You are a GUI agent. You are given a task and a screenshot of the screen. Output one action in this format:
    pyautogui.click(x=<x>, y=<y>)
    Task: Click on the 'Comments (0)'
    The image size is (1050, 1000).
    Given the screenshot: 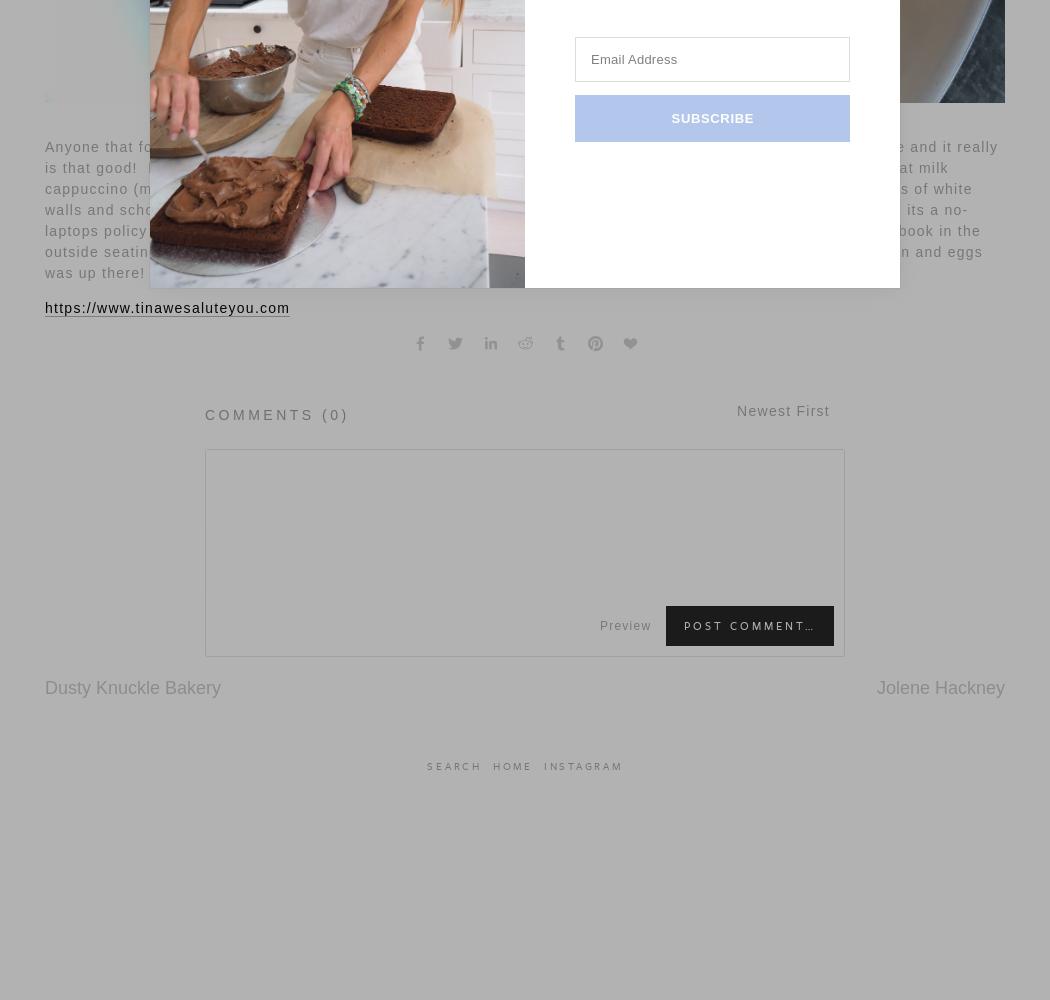 What is the action you would take?
    pyautogui.click(x=275, y=414)
    